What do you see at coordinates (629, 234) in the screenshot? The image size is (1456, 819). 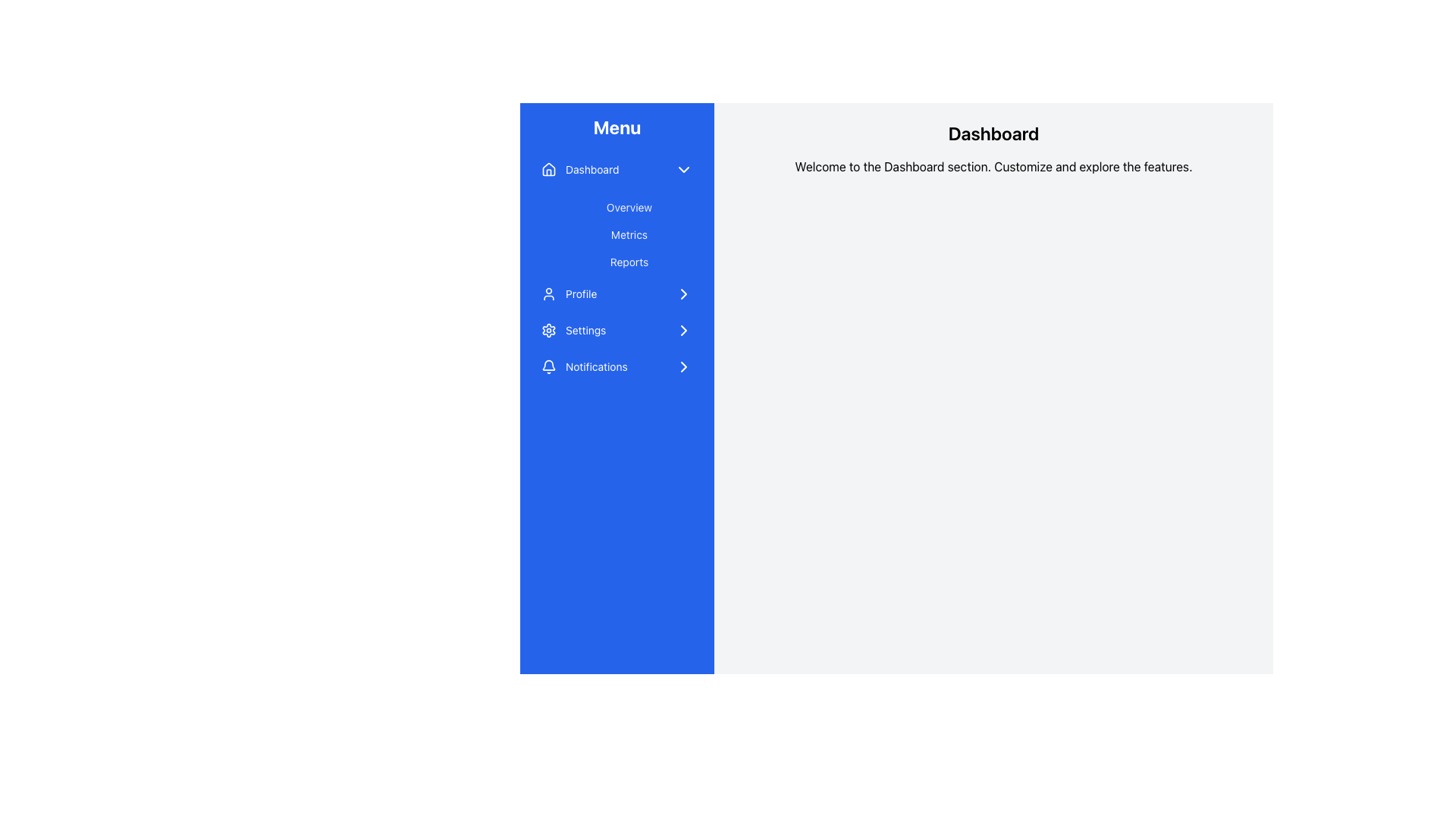 I see `the 'Metrics' navigation link located in the left sidebar under the 'Dashboard' section` at bounding box center [629, 234].